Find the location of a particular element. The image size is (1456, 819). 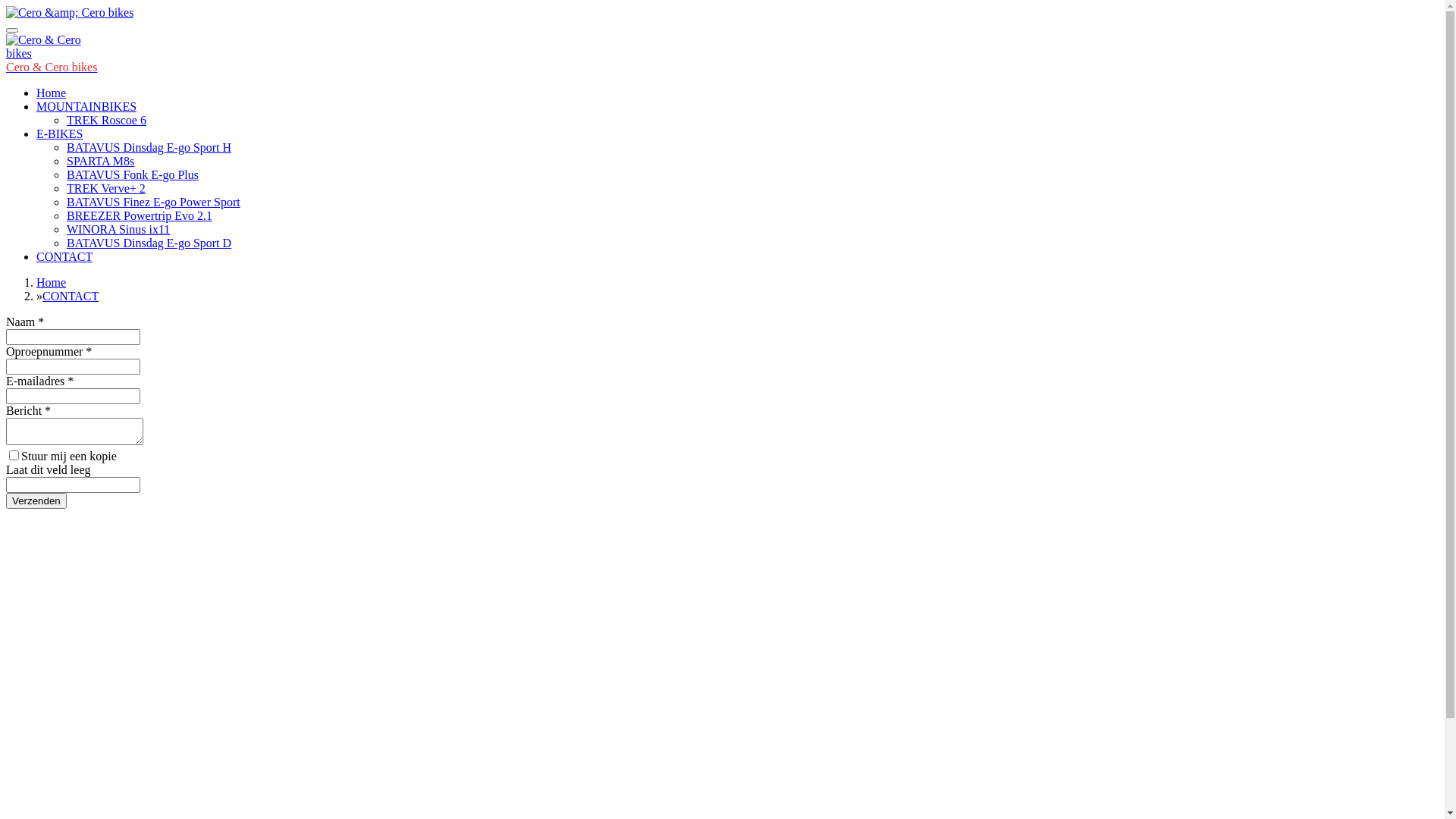

'BATAVUS Dinsdag E-go Sport D' is located at coordinates (149, 242).